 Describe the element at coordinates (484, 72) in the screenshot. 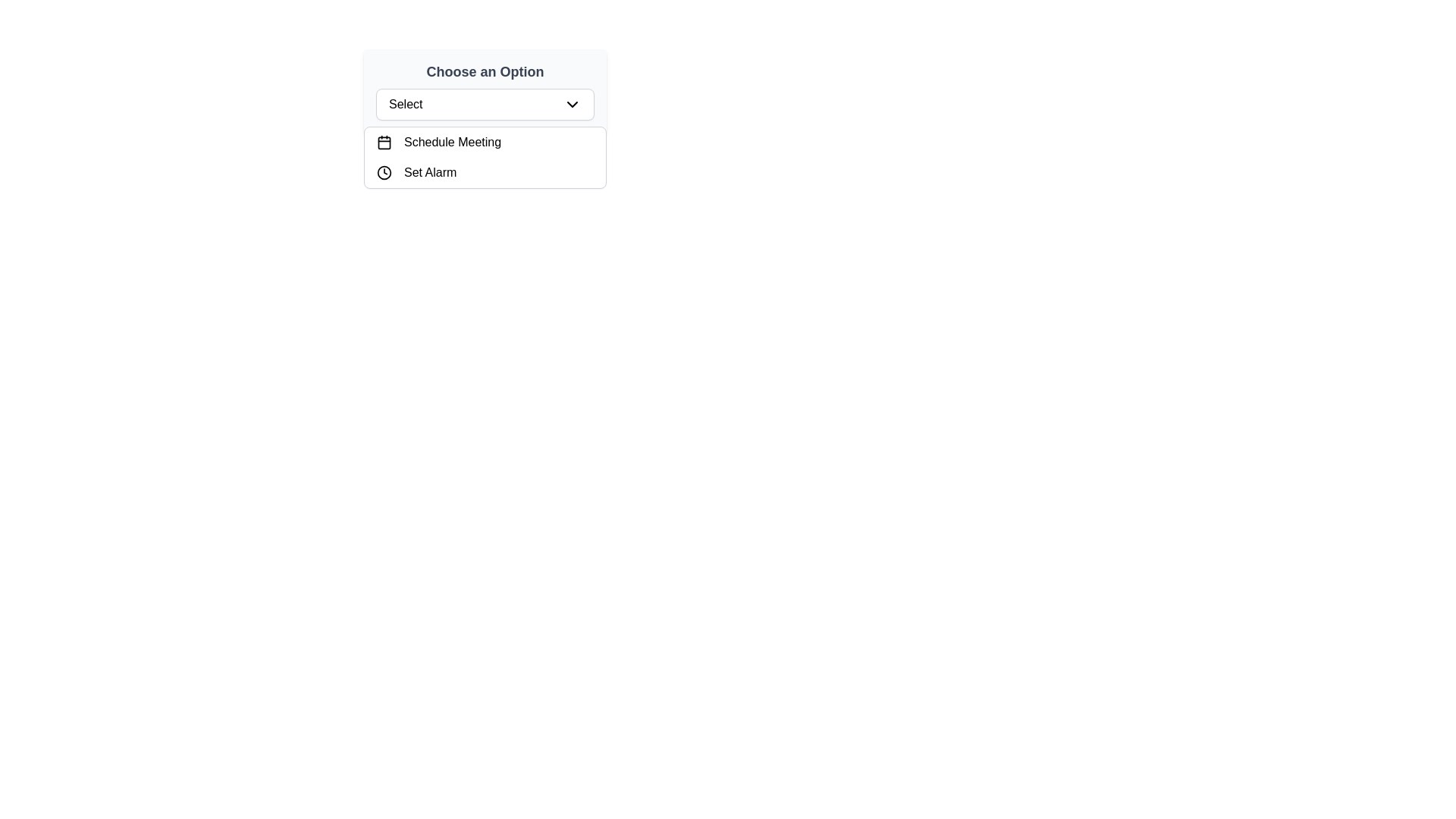

I see `text label that serves as a title for the dropdown menu, positioned directly above the 'Select' button` at that location.